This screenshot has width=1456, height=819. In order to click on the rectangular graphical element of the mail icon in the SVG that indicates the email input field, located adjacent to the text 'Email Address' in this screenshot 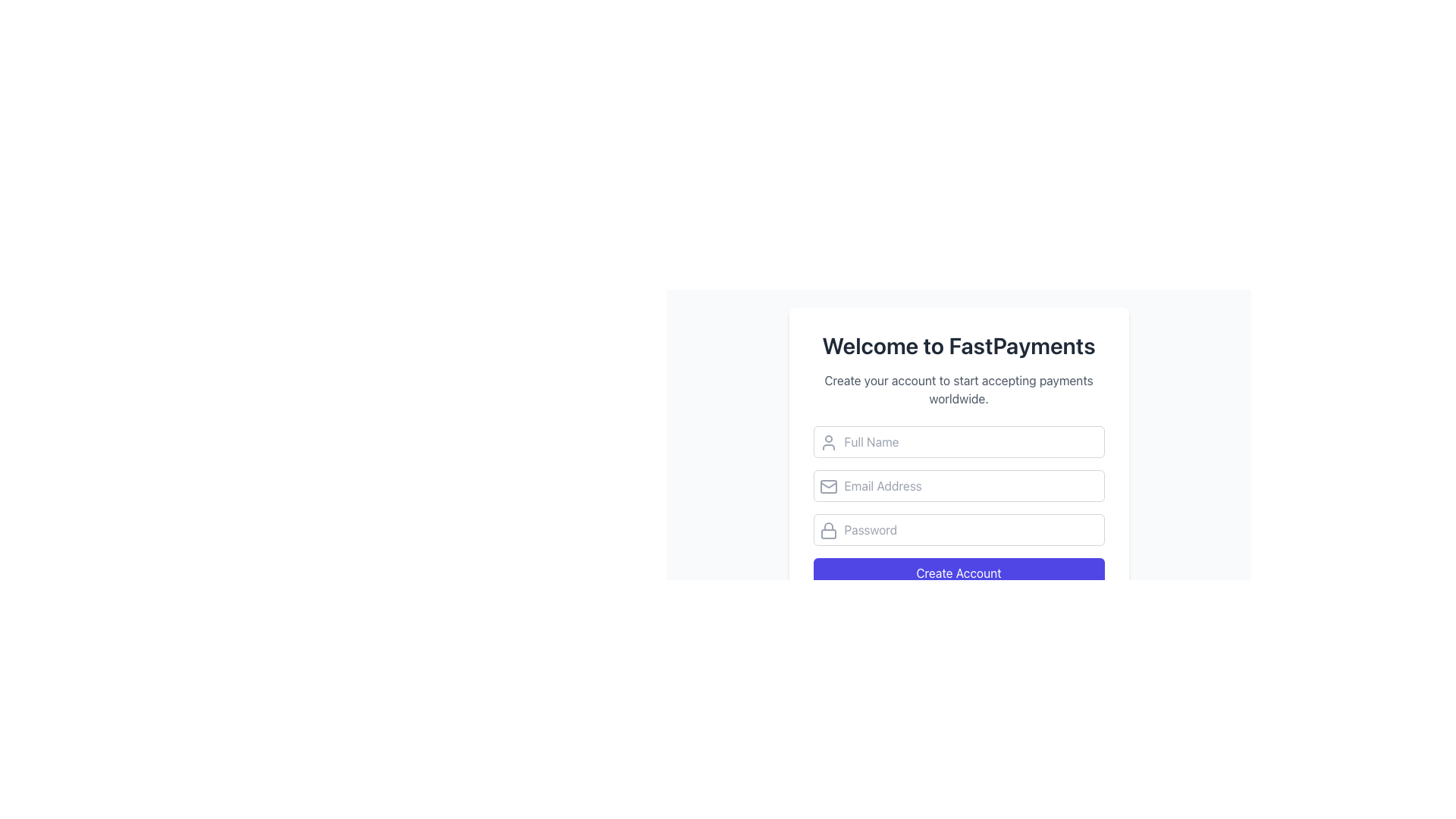, I will do `click(827, 486)`.